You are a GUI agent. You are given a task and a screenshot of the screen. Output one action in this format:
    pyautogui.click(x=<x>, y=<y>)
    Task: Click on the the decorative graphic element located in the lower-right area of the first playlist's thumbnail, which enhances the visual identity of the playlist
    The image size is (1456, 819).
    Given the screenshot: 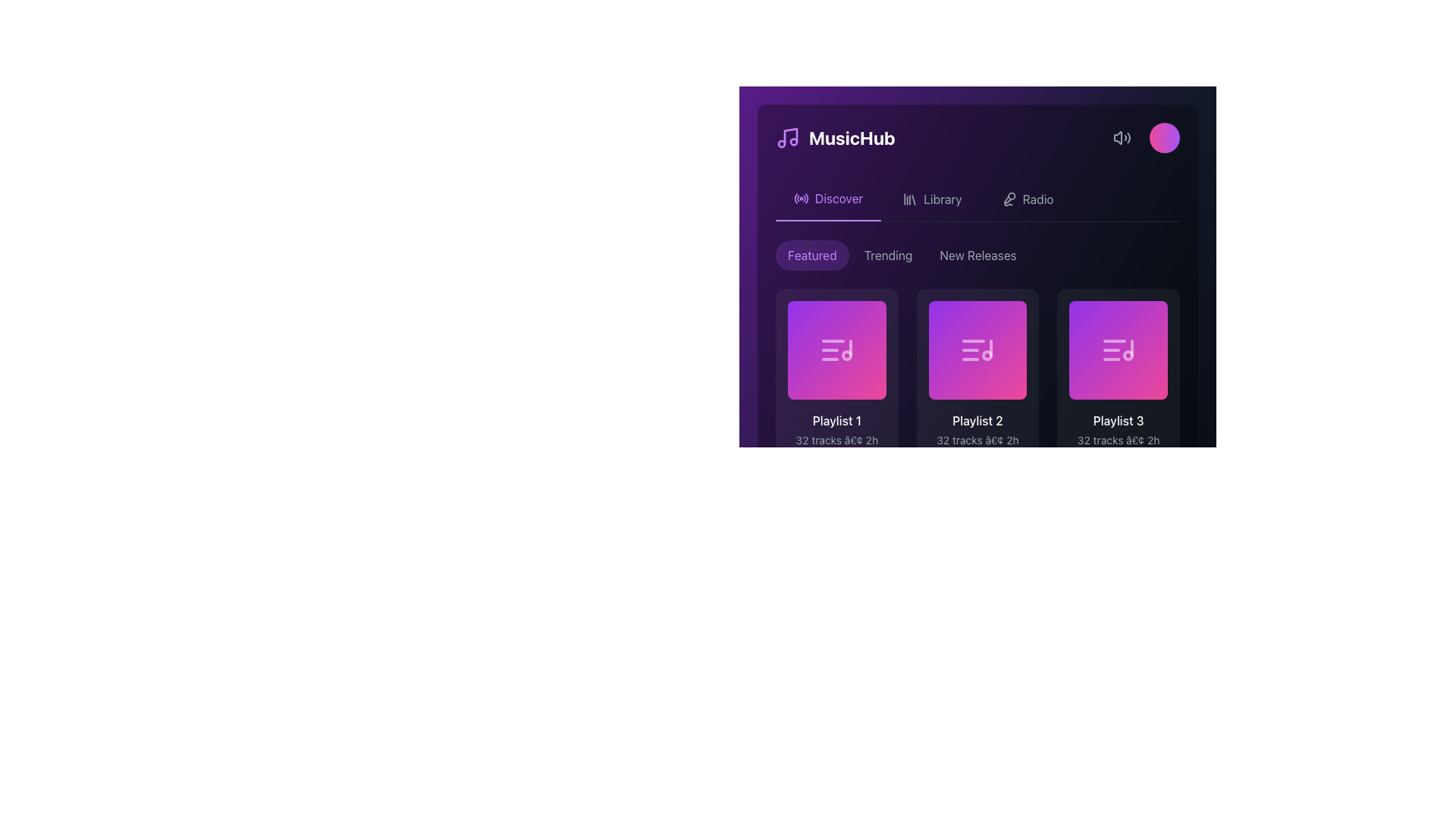 What is the action you would take?
    pyautogui.click(x=846, y=355)
    